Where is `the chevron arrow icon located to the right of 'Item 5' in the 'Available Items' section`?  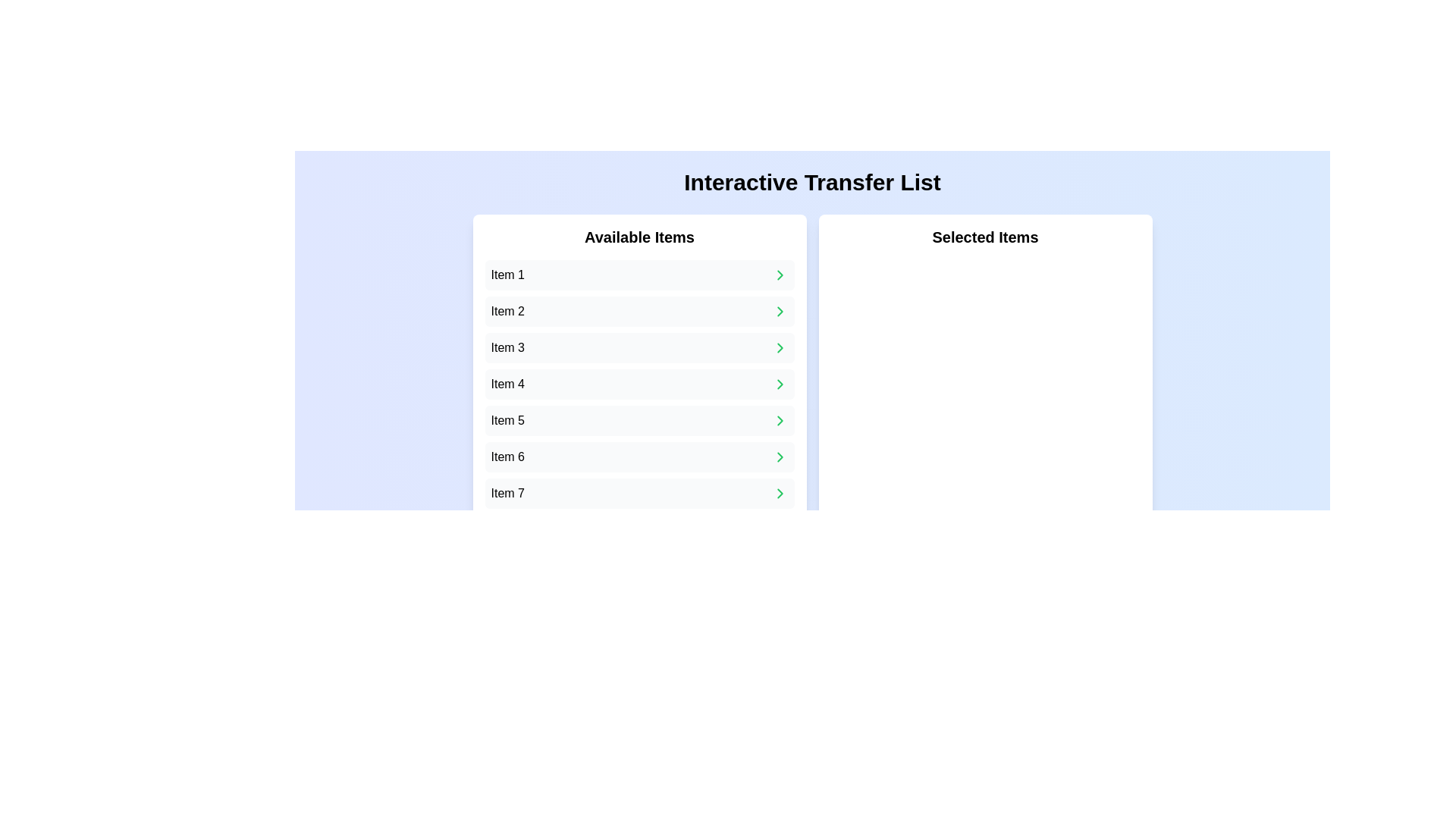
the chevron arrow icon located to the right of 'Item 5' in the 'Available Items' section is located at coordinates (780, 421).